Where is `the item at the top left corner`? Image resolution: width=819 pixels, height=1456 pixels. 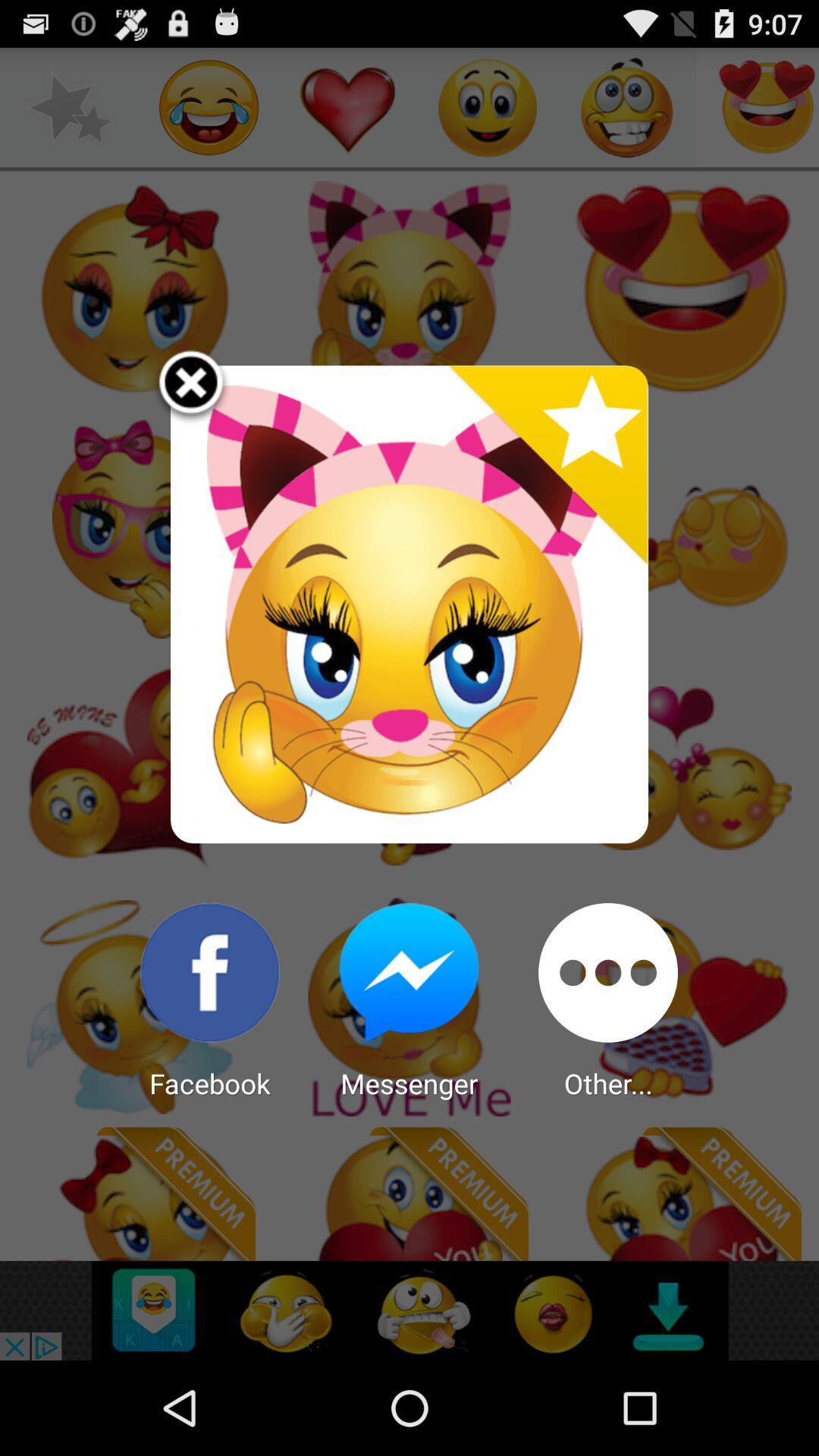
the item at the top left corner is located at coordinates (199, 396).